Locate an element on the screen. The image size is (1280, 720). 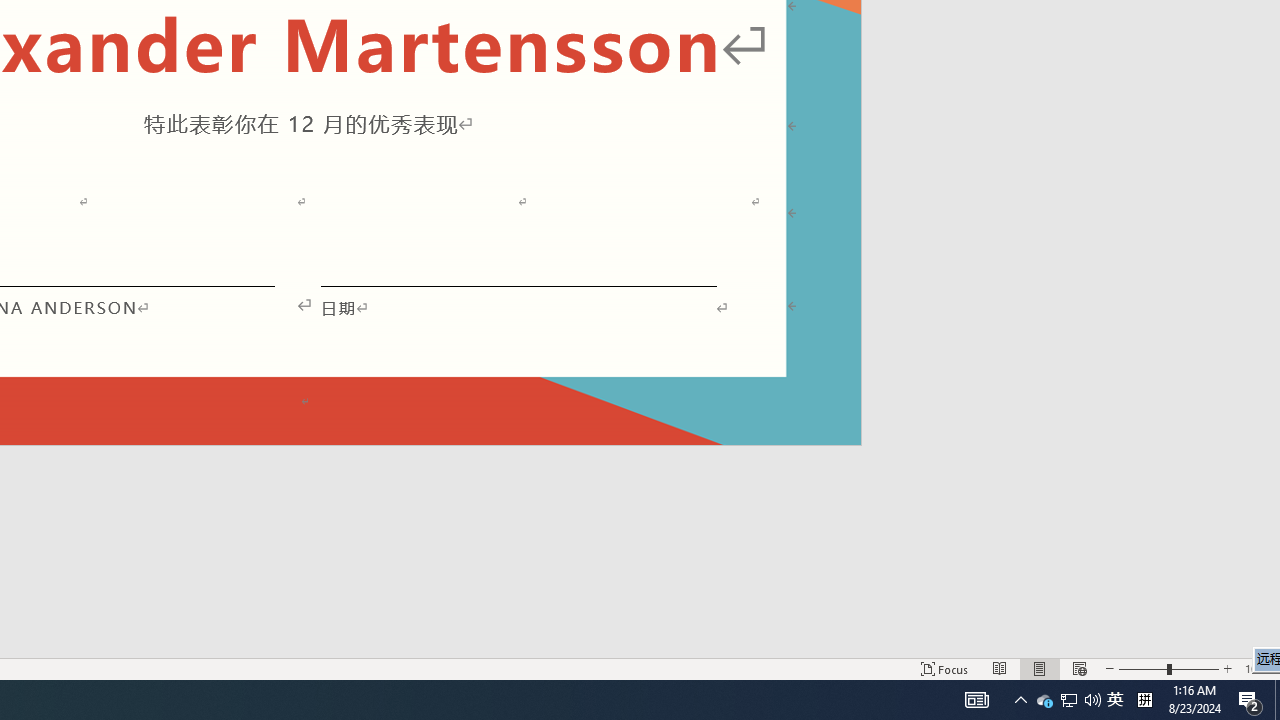
'User Promoted Notification Area' is located at coordinates (1044, 698).